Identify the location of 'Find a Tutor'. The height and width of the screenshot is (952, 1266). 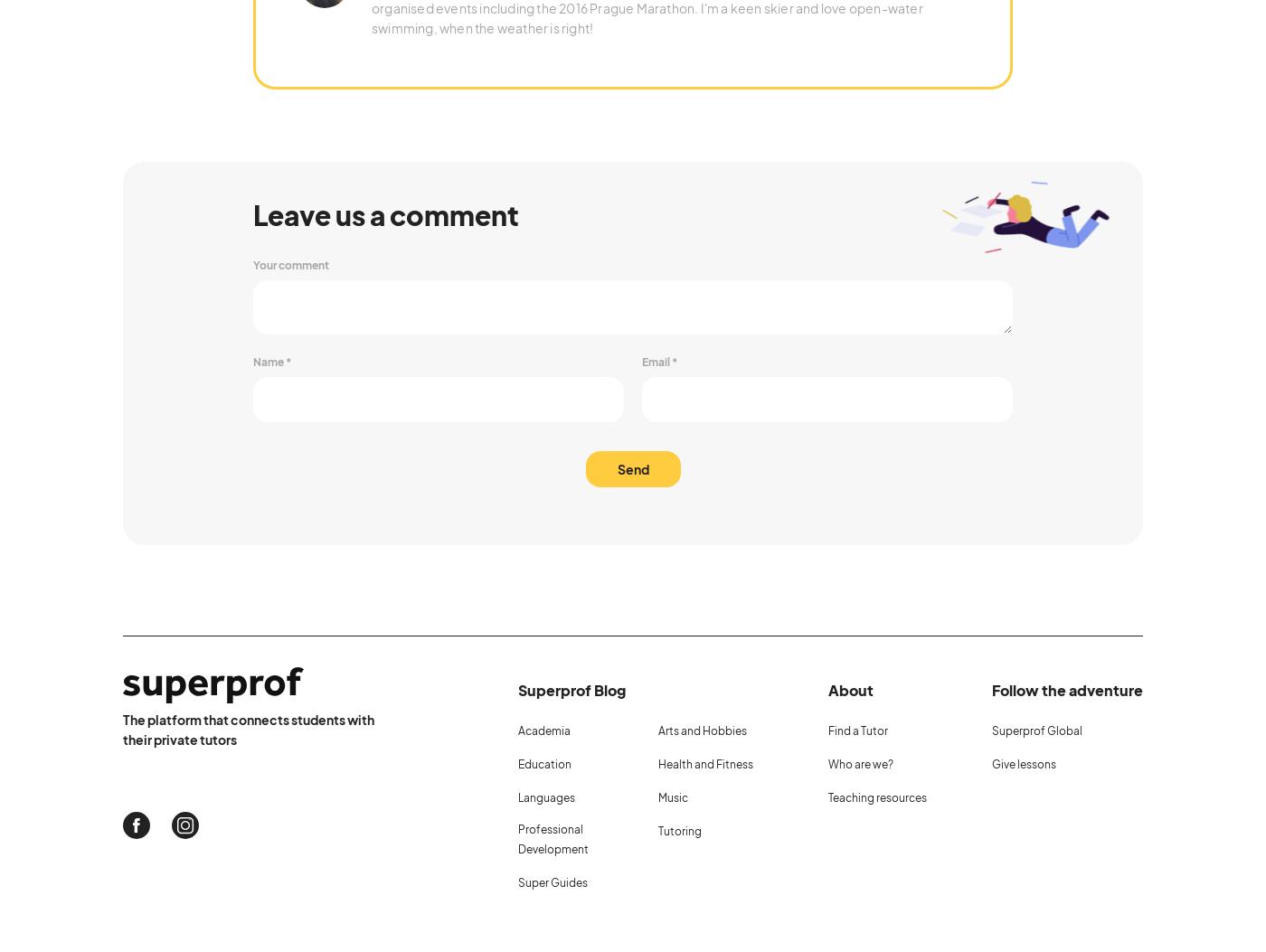
(858, 730).